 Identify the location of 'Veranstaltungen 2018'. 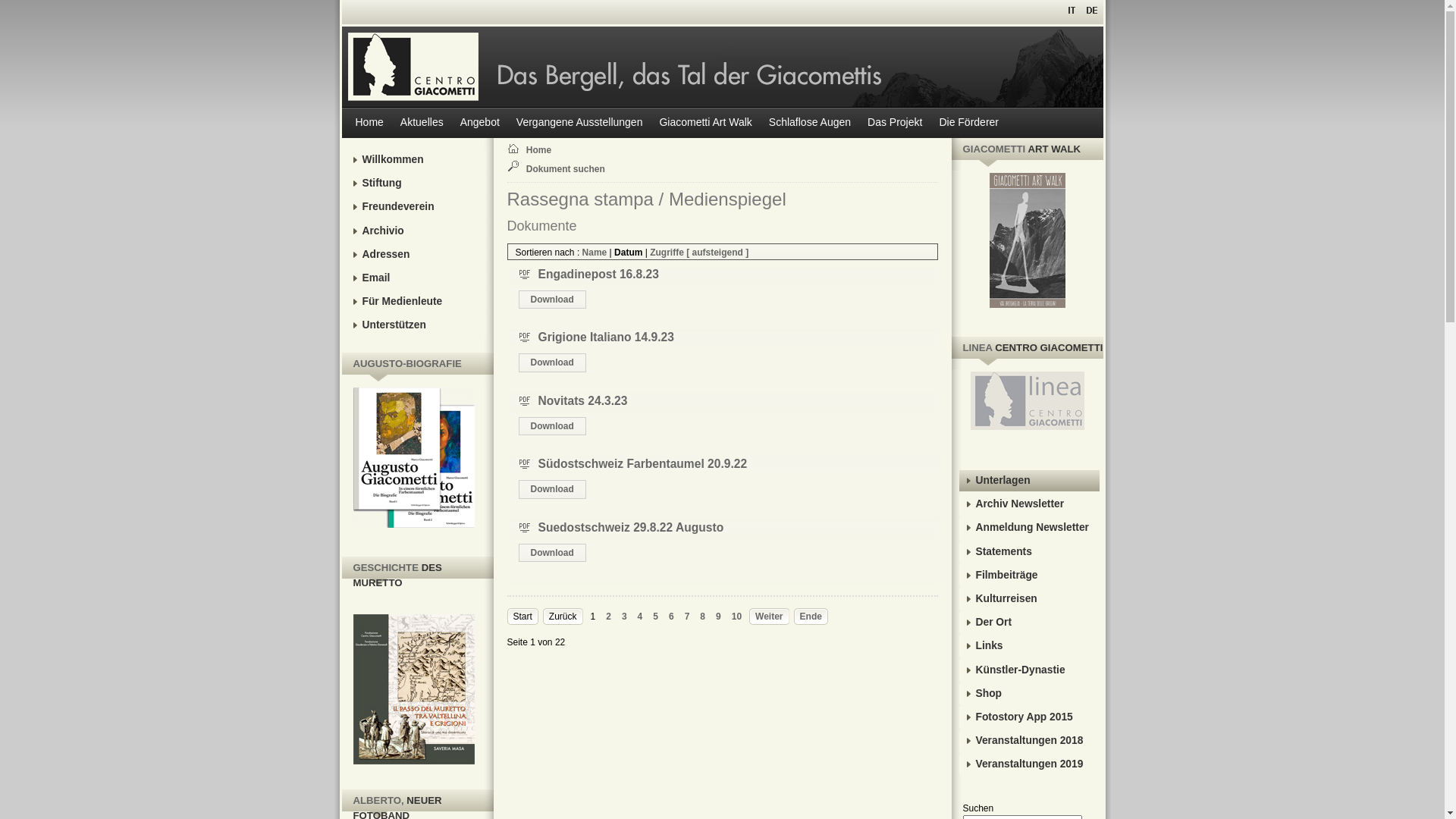
(1028, 739).